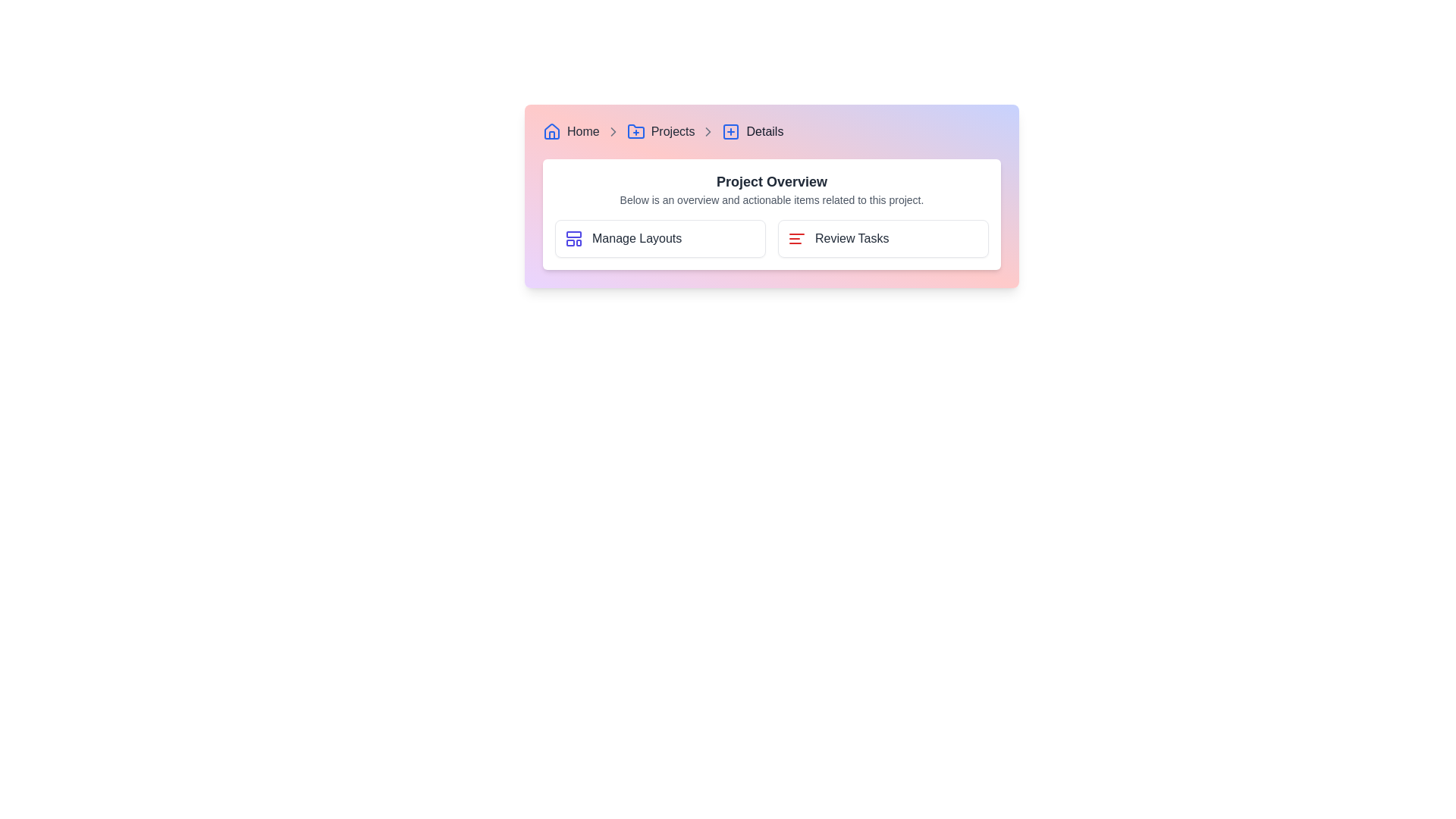 The image size is (1456, 819). What do you see at coordinates (551, 130) in the screenshot?
I see `the blue house-shaped icon in the breadcrumb navigation bar` at bounding box center [551, 130].